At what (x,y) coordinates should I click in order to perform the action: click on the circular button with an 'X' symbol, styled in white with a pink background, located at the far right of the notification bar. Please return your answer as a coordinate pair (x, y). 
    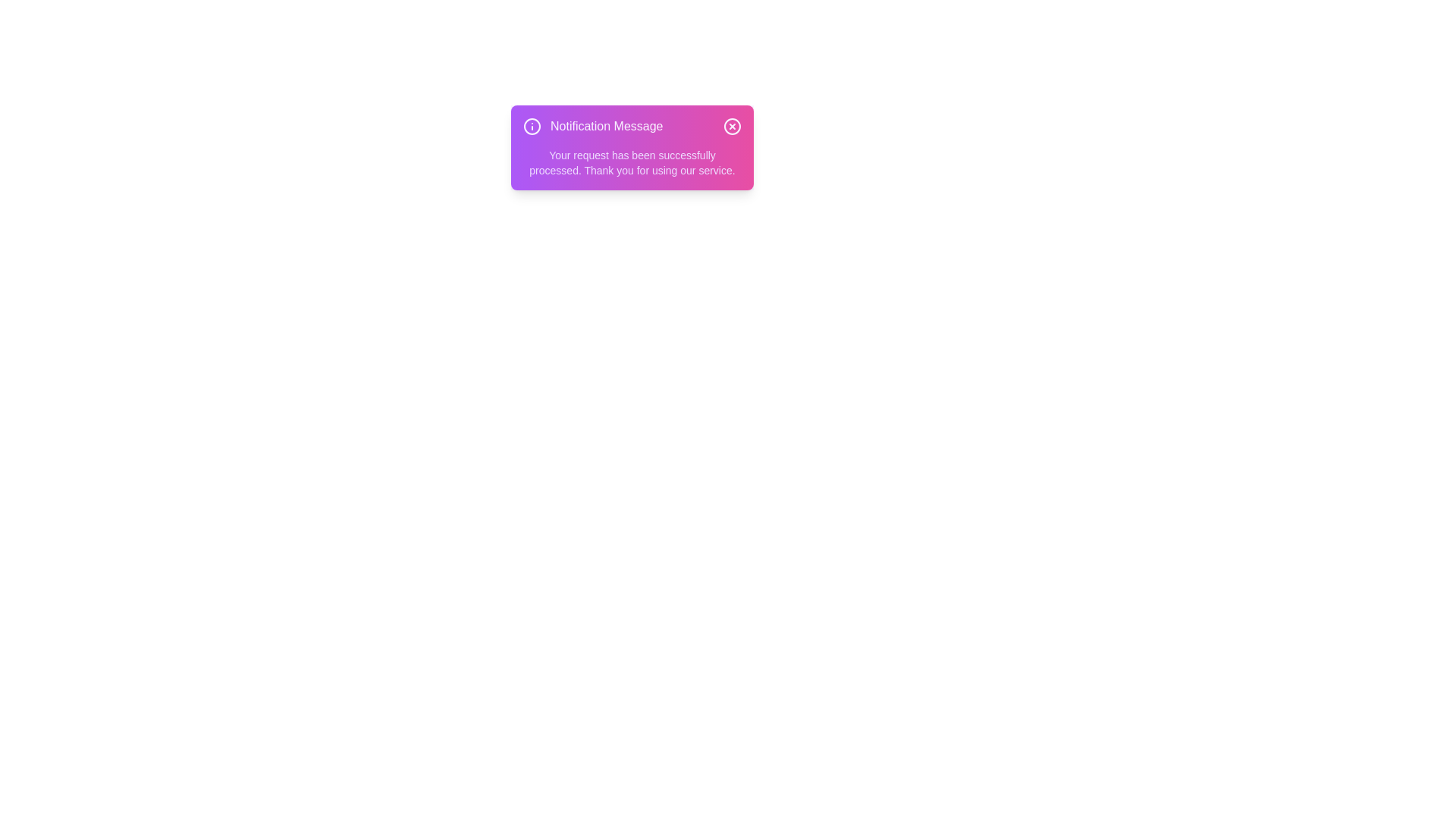
    Looking at the image, I should click on (732, 125).